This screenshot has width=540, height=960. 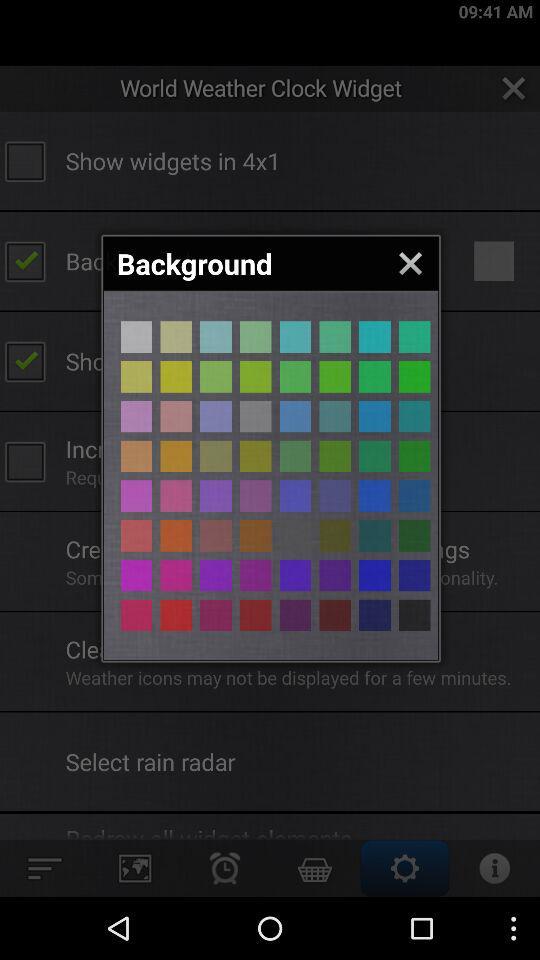 What do you see at coordinates (215, 495) in the screenshot?
I see `colour selection` at bounding box center [215, 495].